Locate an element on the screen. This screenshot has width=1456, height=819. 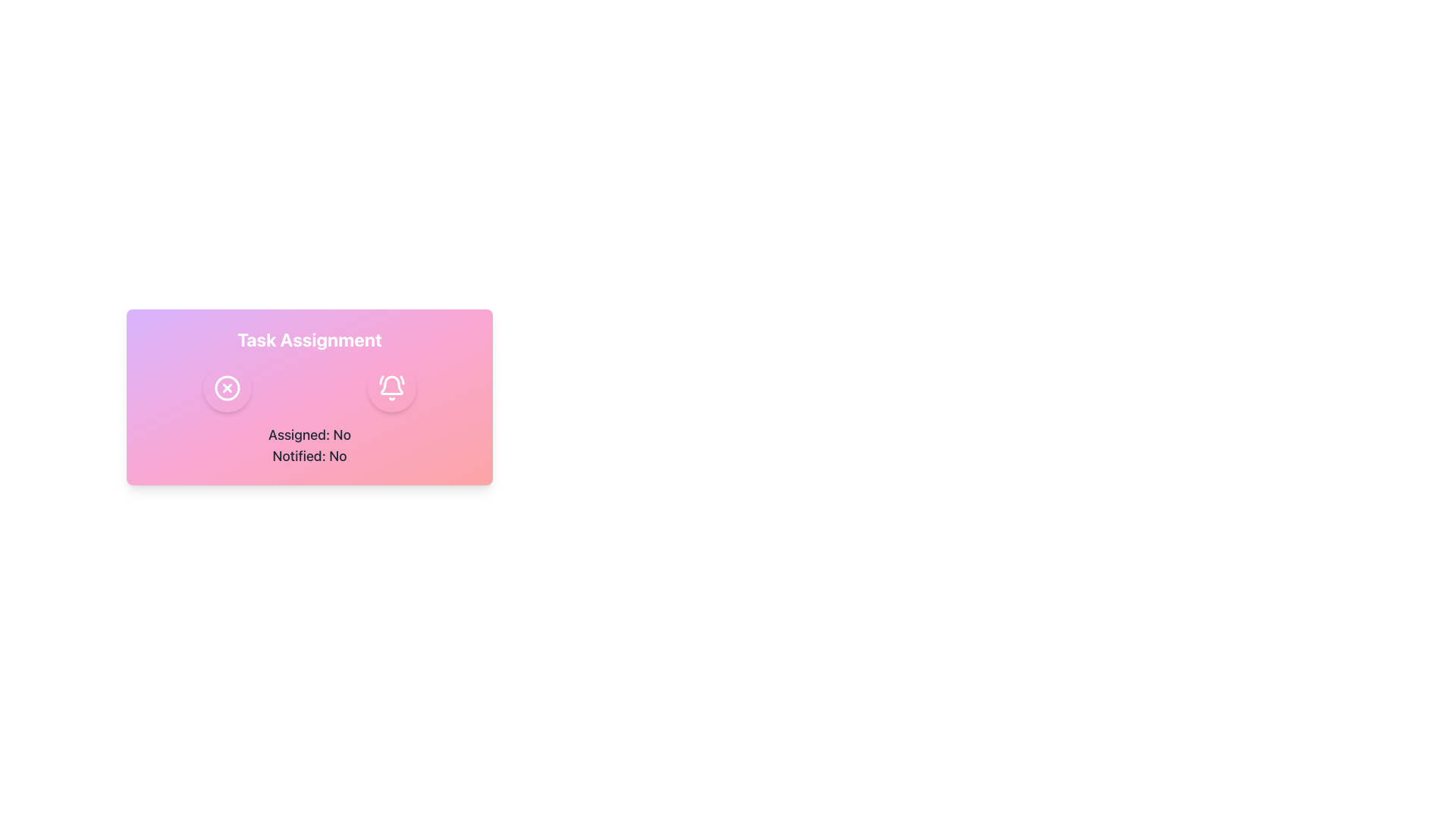
the circular button with a light gray background and a white bell icon at its center, which is the second button in a horizontal row within the pink card labeled 'Task Assignment' is located at coordinates (392, 388).